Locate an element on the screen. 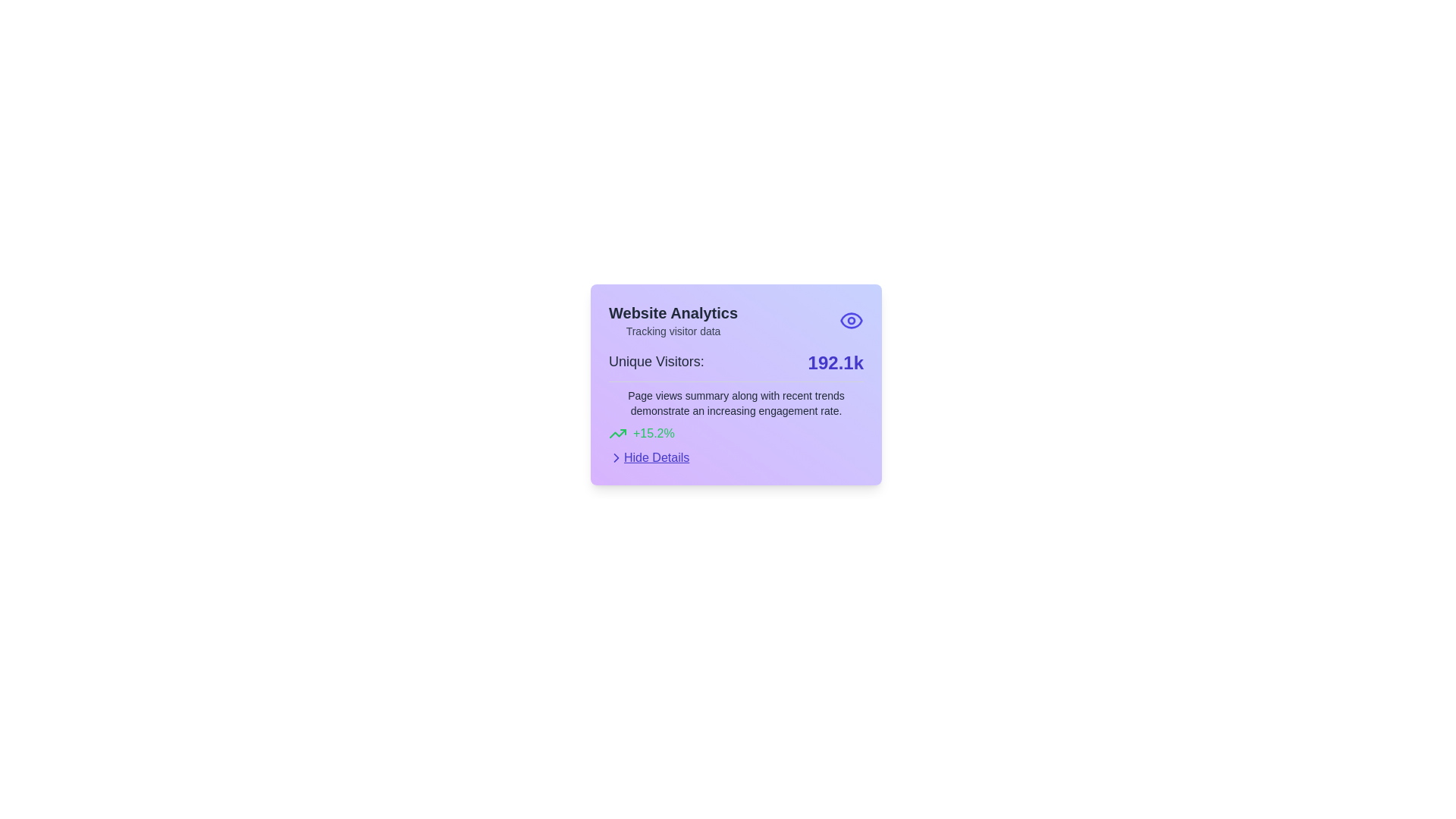 This screenshot has height=819, width=1456. analytical insights text section located between the 'Unique Visitors: 192.1k' and 'Hide Details' link in the data analytics card is located at coordinates (736, 412).